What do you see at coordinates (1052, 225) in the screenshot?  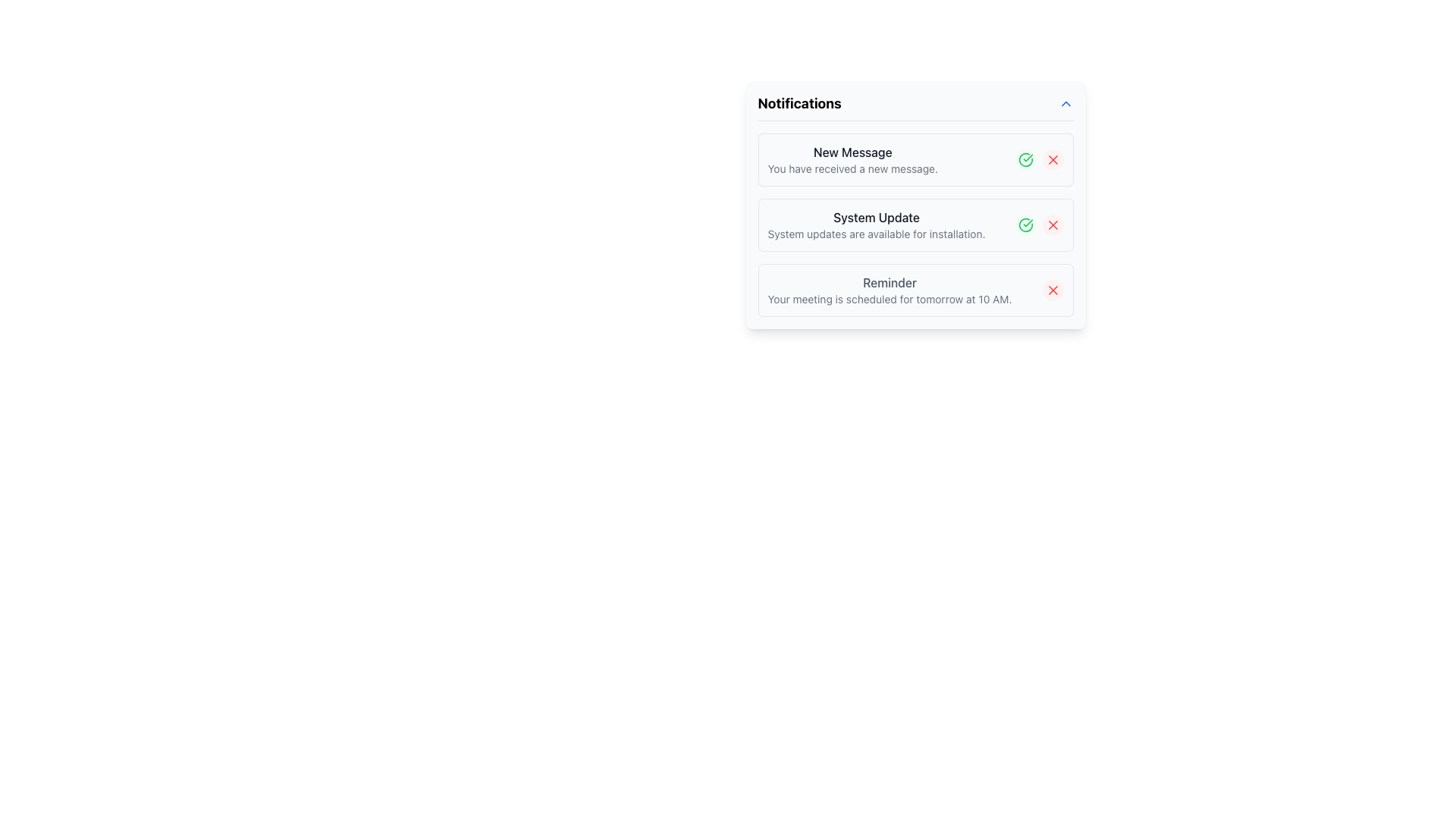 I see `the delete button adjacent to the notification titled 'System Update' for visual feedback` at bounding box center [1052, 225].